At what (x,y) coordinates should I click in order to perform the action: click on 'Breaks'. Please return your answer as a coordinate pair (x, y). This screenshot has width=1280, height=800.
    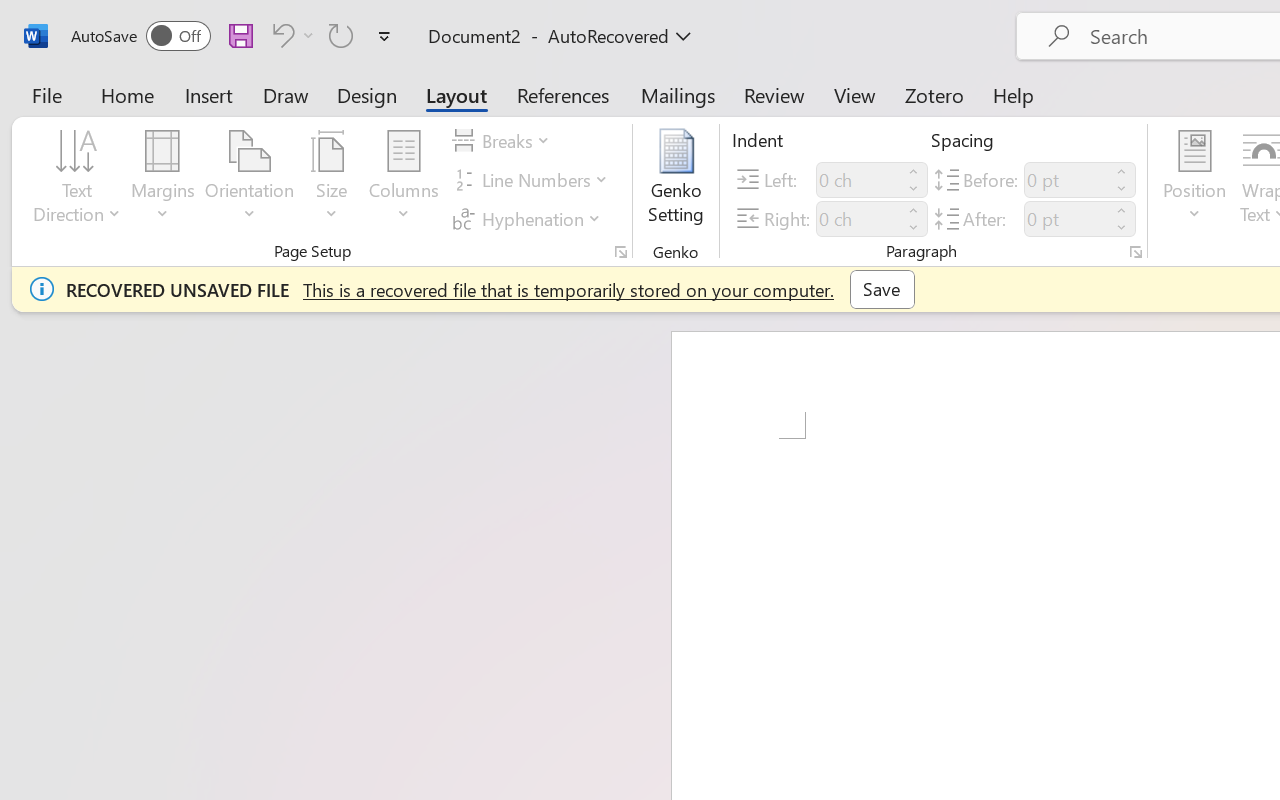
    Looking at the image, I should click on (504, 141).